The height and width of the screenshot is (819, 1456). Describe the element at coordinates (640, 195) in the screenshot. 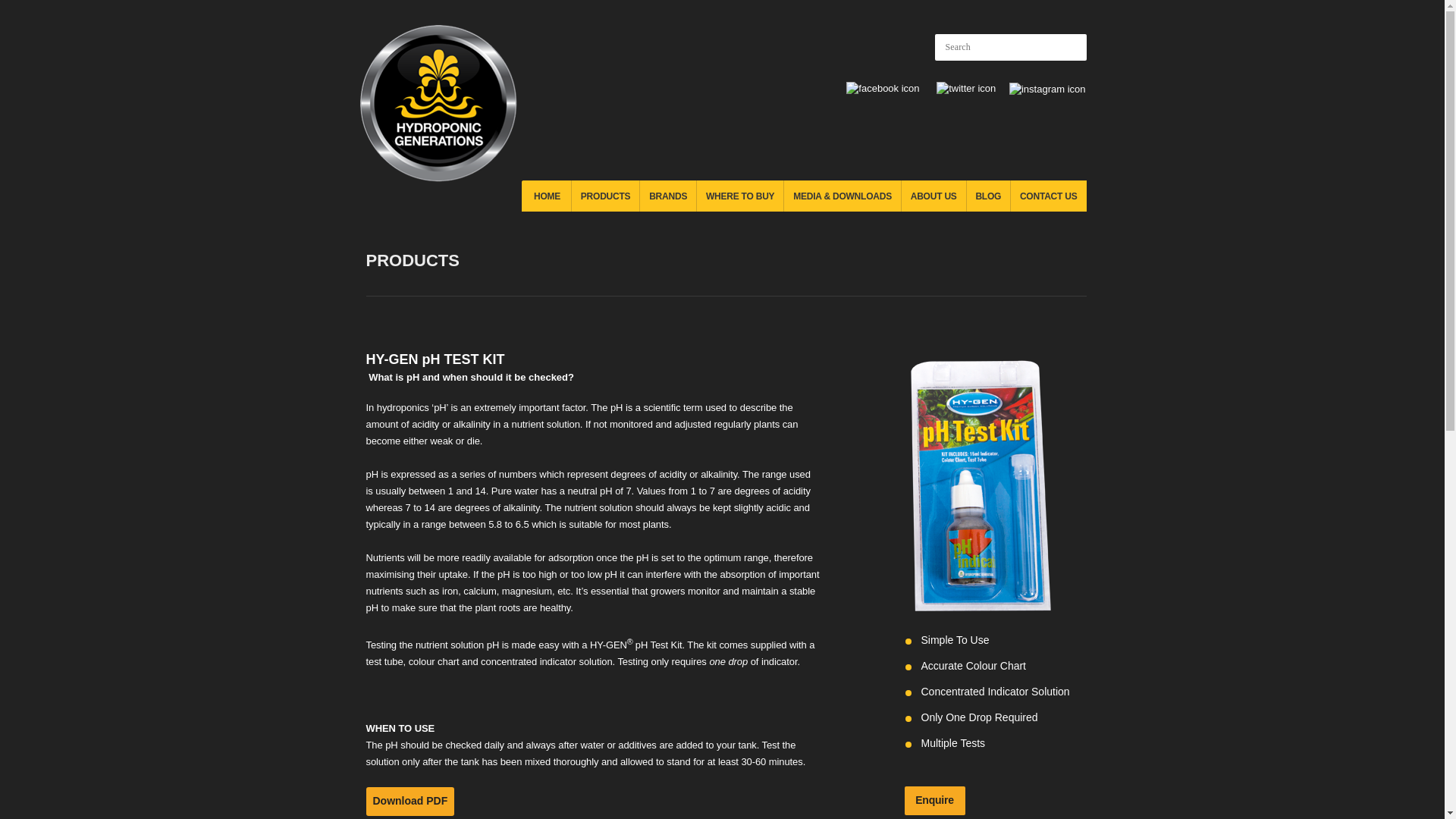

I see `'BRANDS'` at that location.